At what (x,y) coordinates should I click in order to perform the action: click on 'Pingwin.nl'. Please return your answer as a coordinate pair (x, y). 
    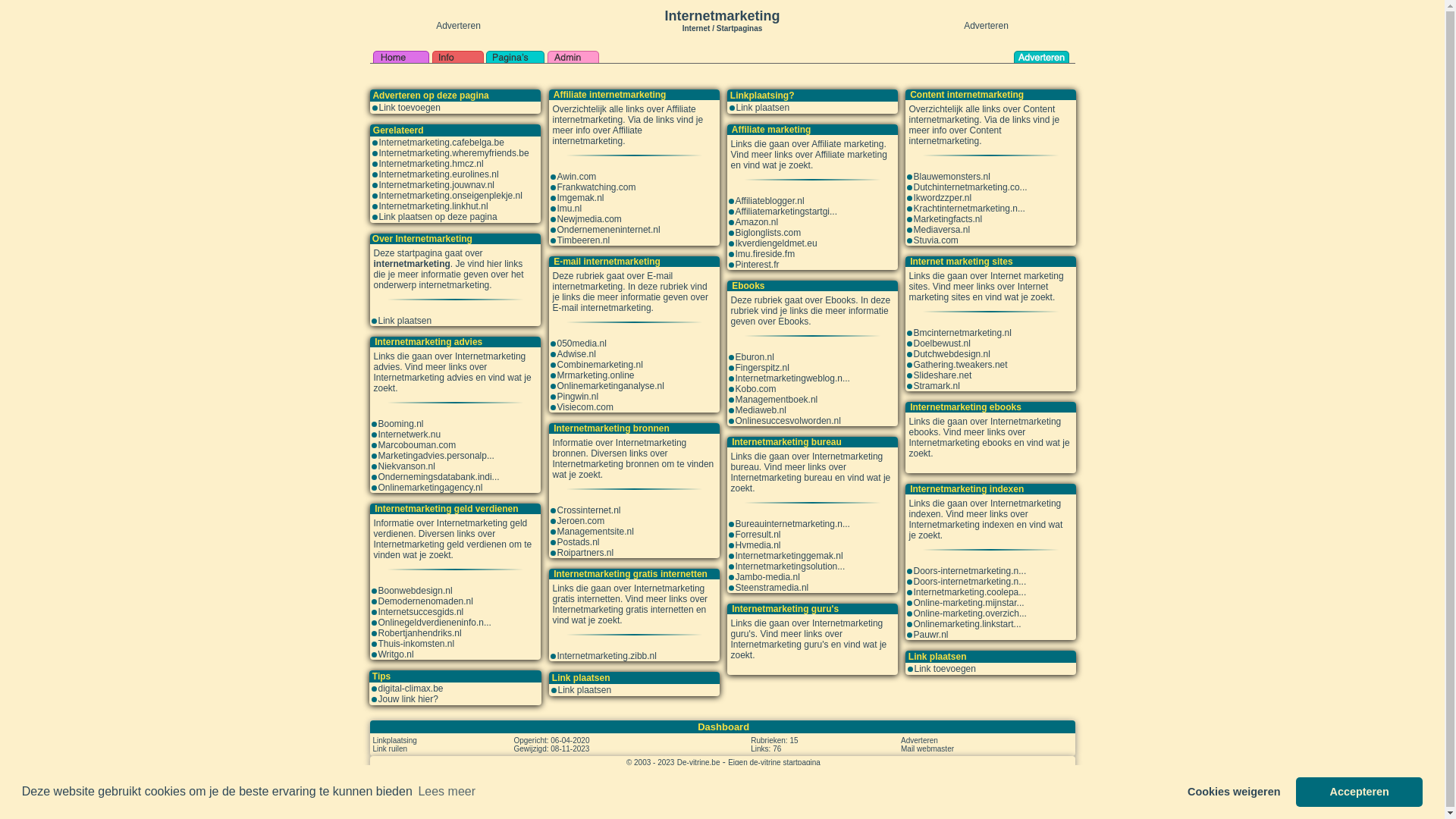
    Looking at the image, I should click on (576, 396).